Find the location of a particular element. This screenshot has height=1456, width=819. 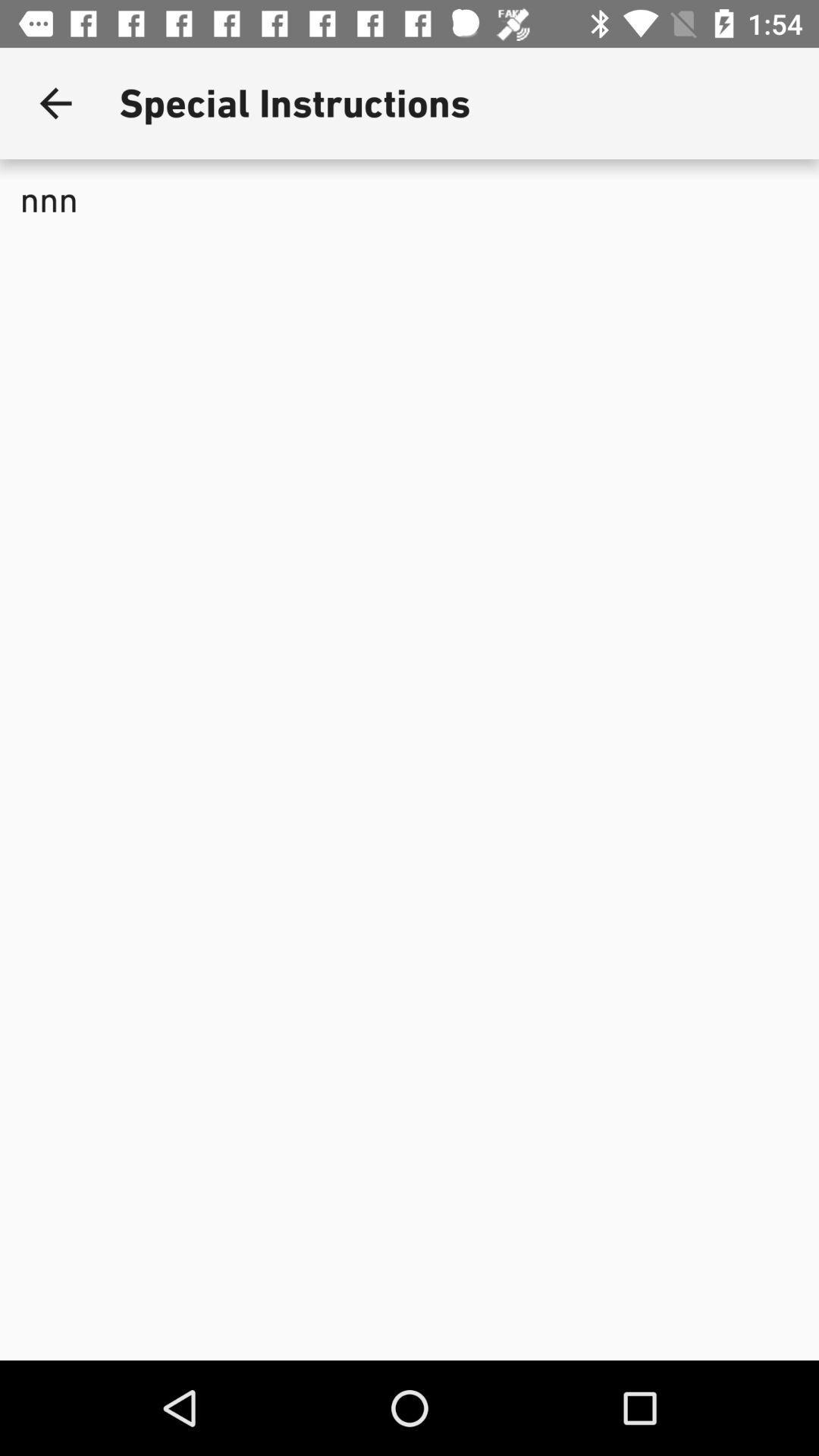

nnn item is located at coordinates (409, 306).